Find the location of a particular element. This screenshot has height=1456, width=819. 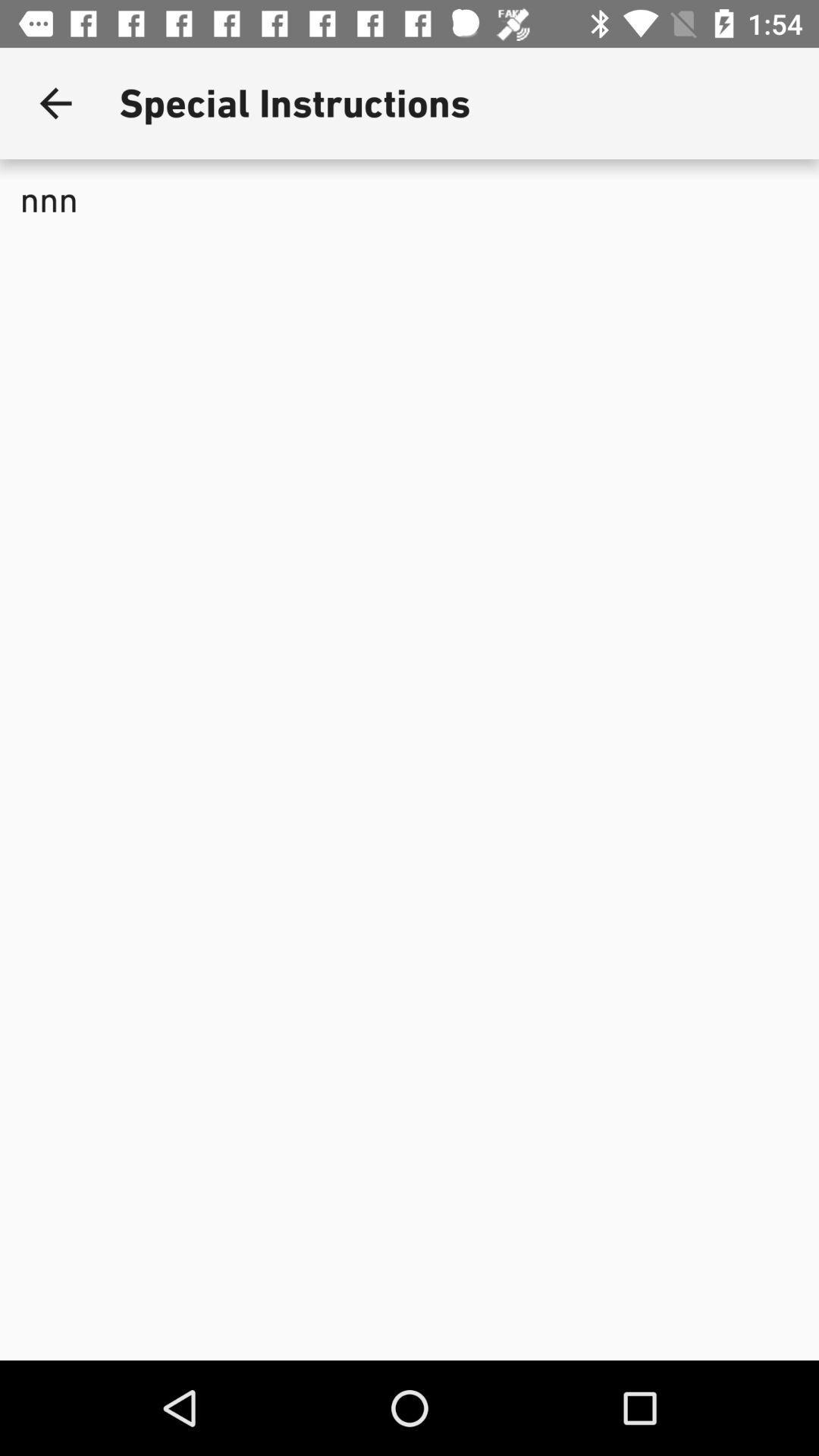

nnn item is located at coordinates (409, 306).